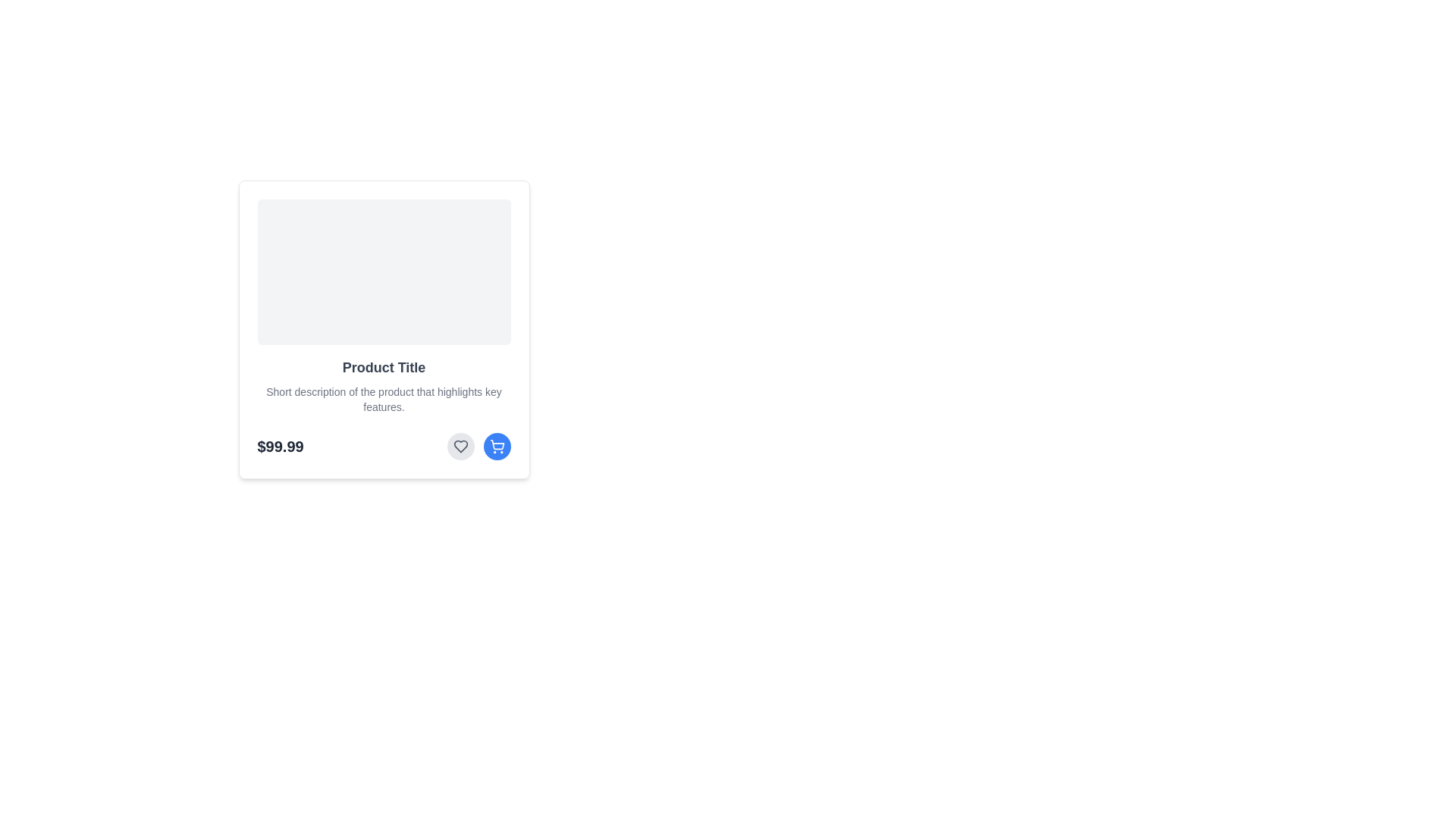 This screenshot has height=819, width=1456. I want to click on the dual-button group containing the gray heart icon and the blue shopping cart icon, so click(478, 446).